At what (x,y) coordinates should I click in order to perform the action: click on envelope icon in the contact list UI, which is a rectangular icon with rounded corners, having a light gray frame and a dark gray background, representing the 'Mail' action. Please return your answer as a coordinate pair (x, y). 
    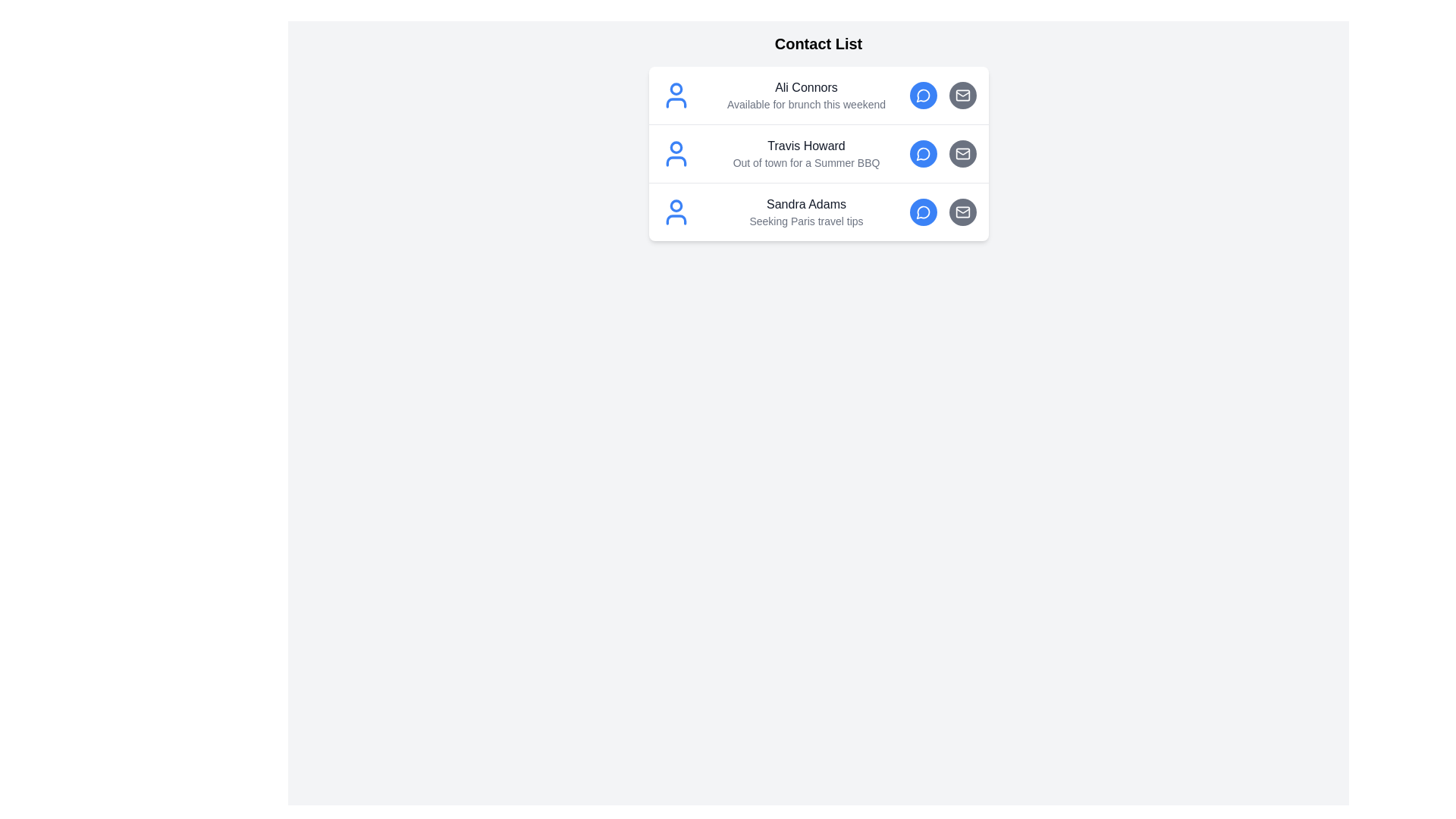
    Looking at the image, I should click on (962, 96).